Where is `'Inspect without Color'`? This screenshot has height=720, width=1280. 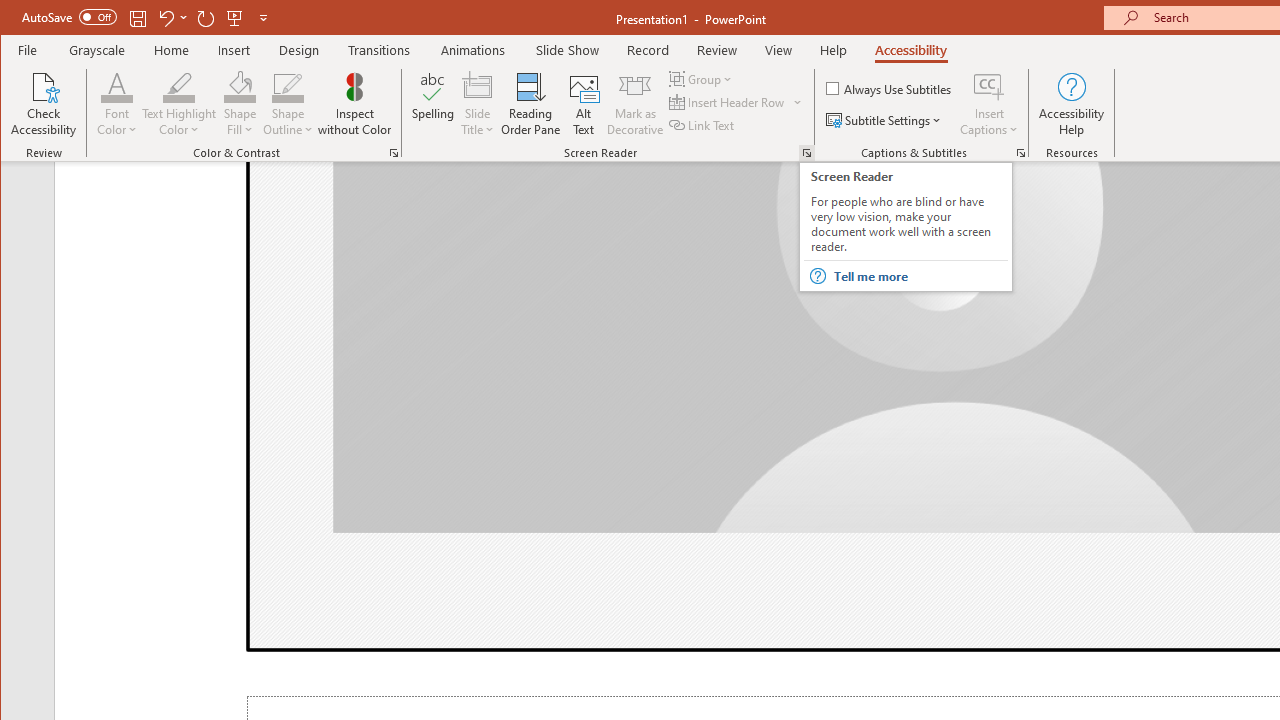 'Inspect without Color' is located at coordinates (355, 104).